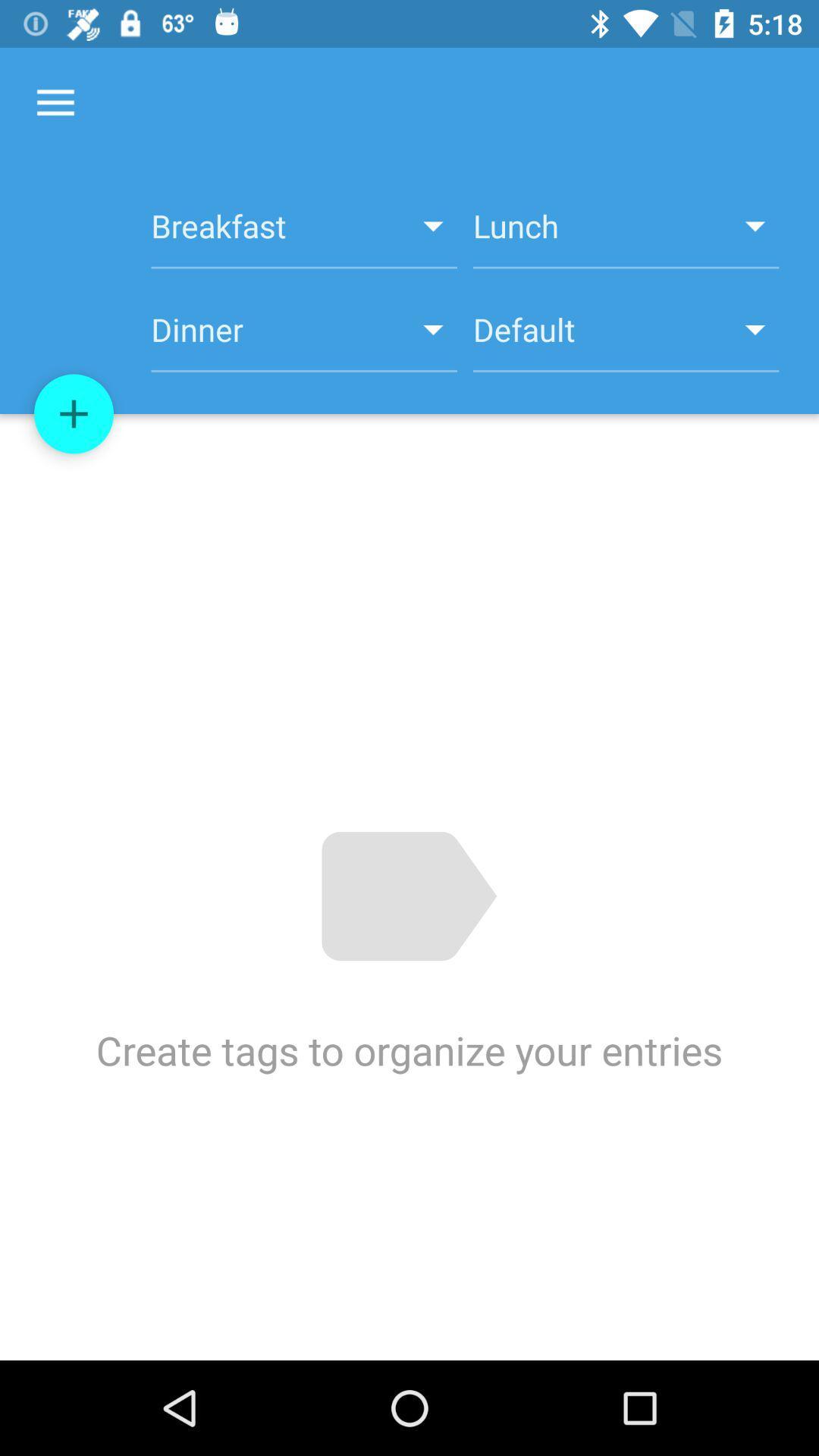  I want to click on the icon next to dinner item, so click(626, 337).